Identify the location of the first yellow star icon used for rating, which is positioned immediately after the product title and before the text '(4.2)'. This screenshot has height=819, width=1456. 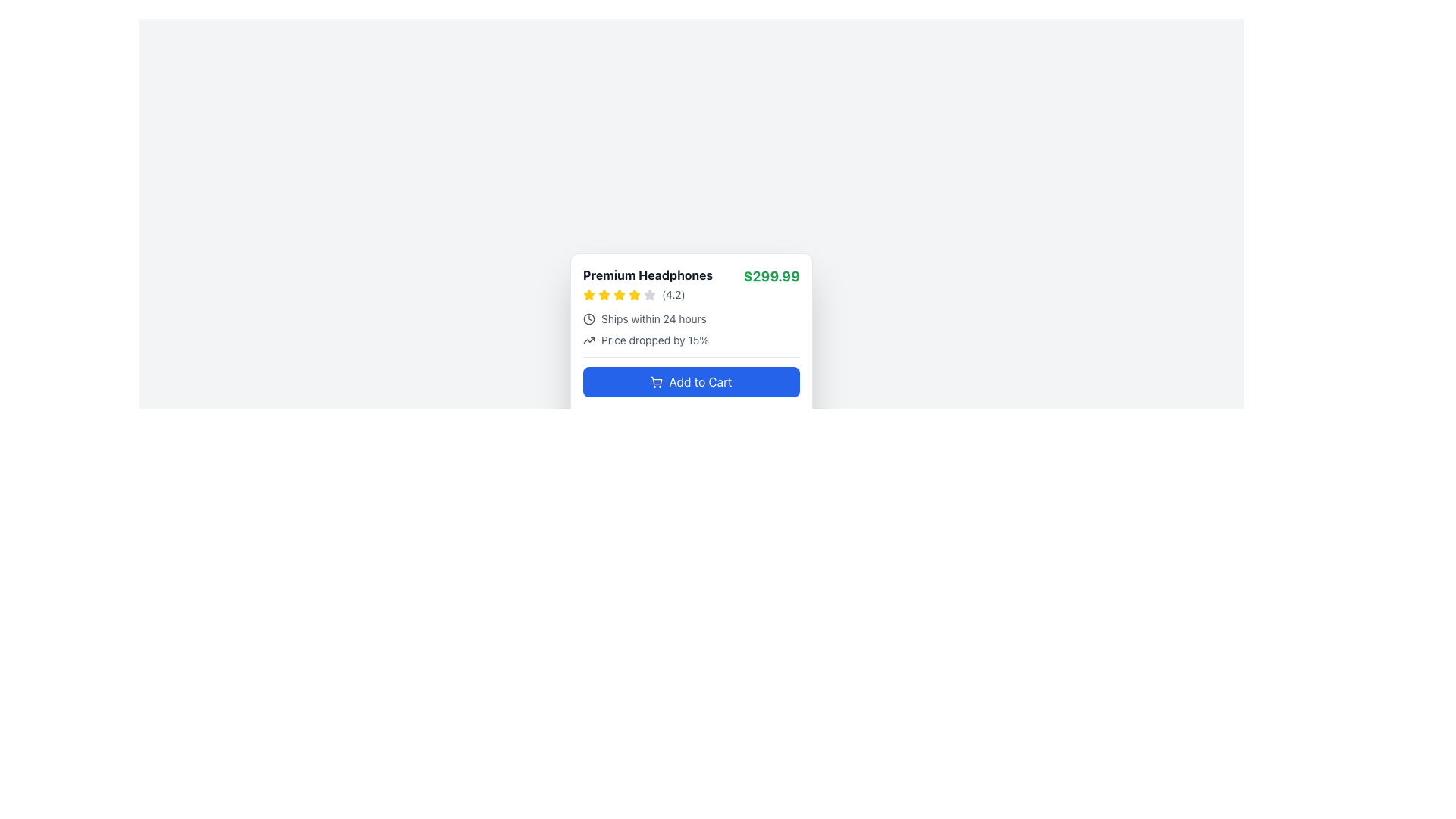
(588, 295).